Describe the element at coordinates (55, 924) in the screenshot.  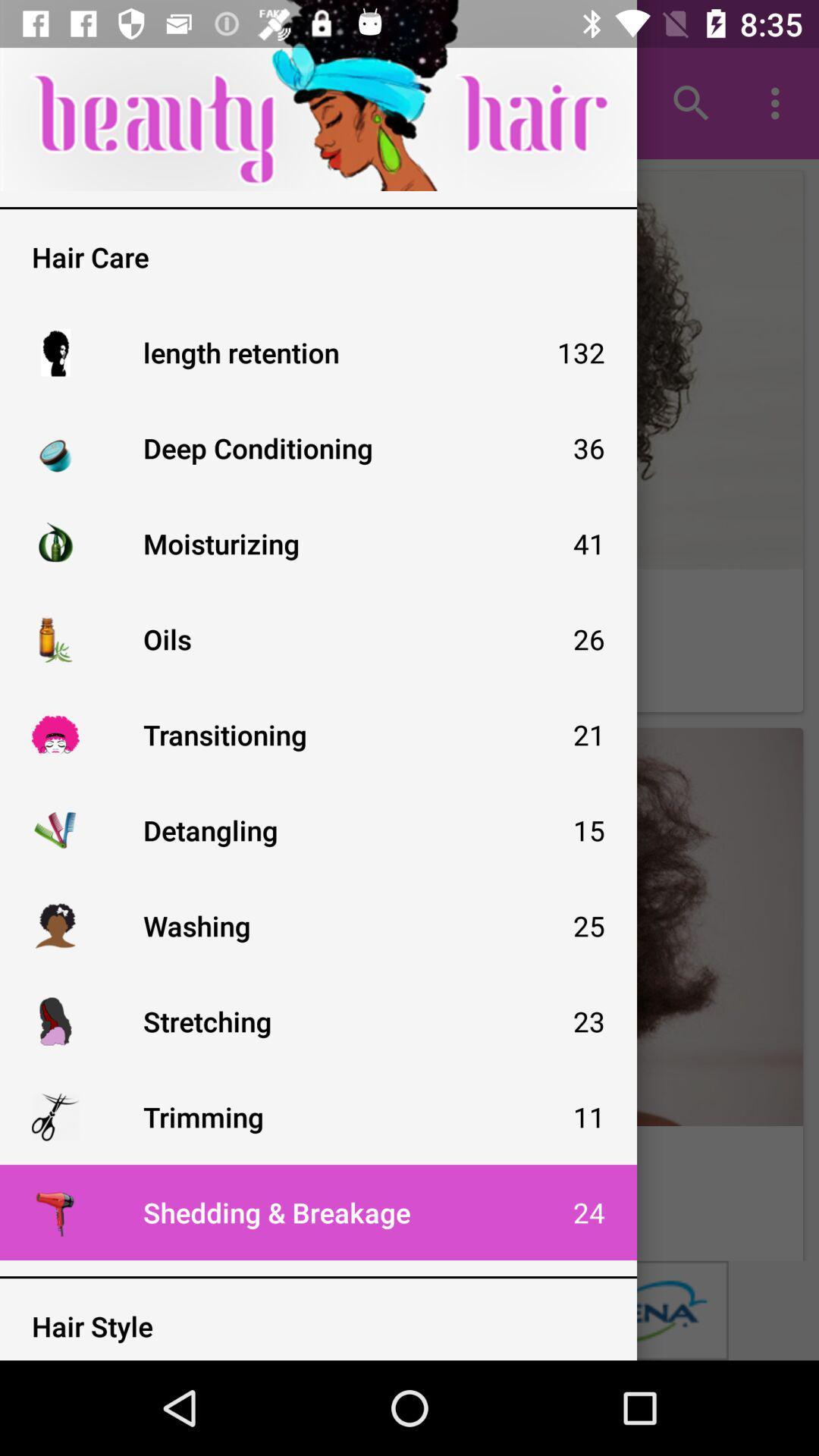
I see `tap the icon just to the left of washing` at that location.